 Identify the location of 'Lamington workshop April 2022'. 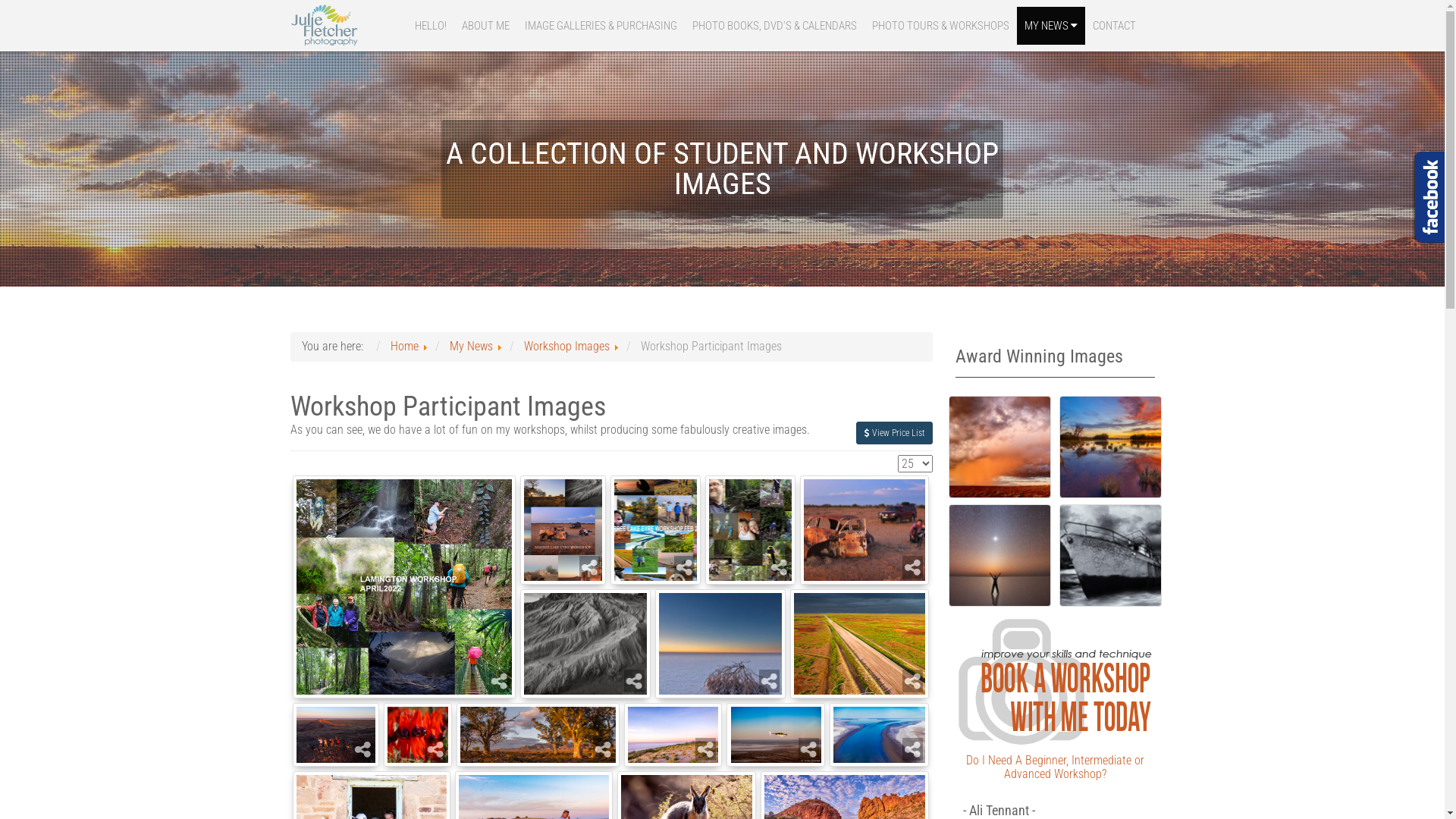
(403, 586).